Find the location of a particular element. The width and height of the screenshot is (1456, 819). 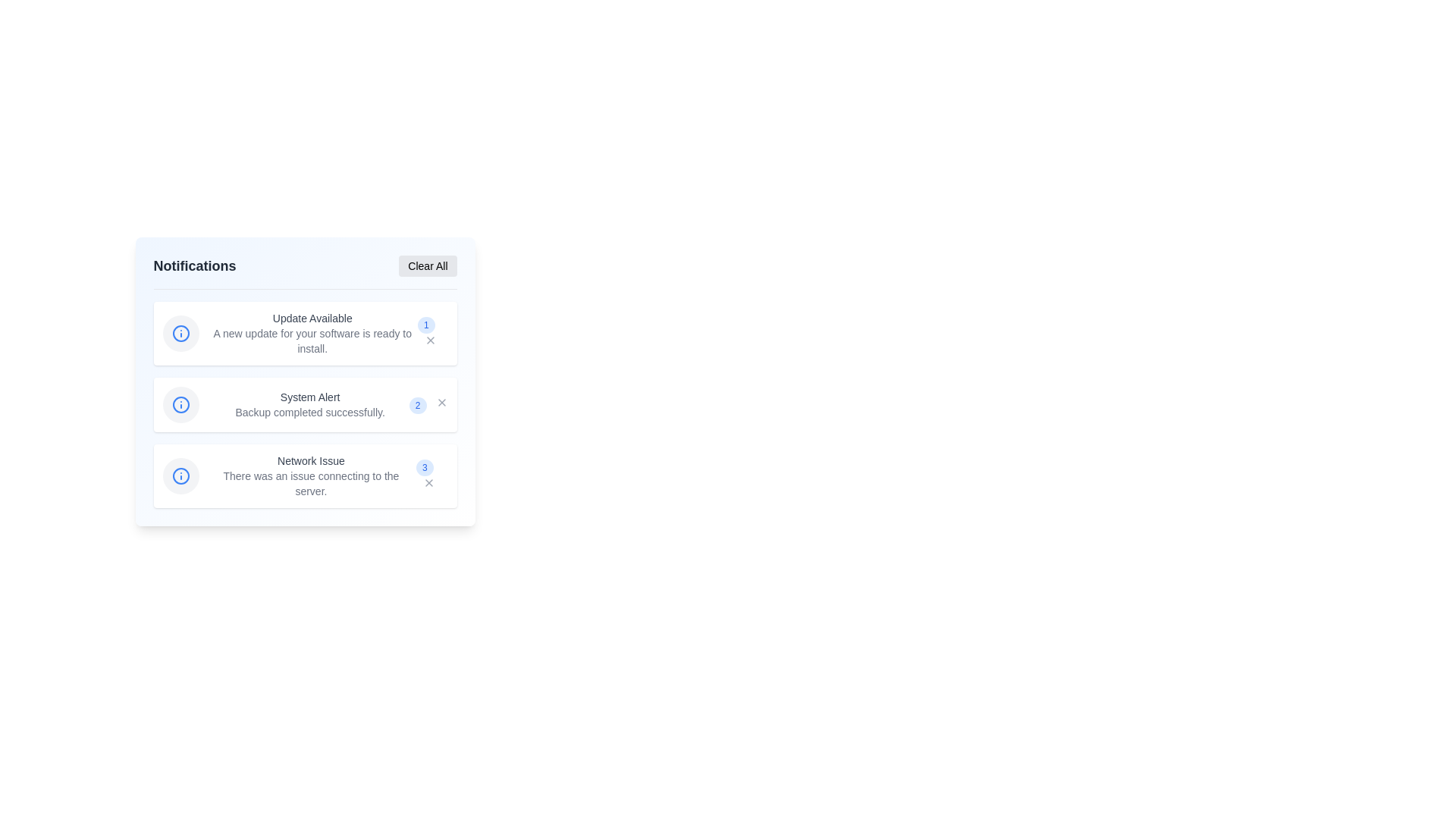

the innermost circular shape of the graphical icon located within a notification item, positioned to the left of the text content is located at coordinates (180, 475).